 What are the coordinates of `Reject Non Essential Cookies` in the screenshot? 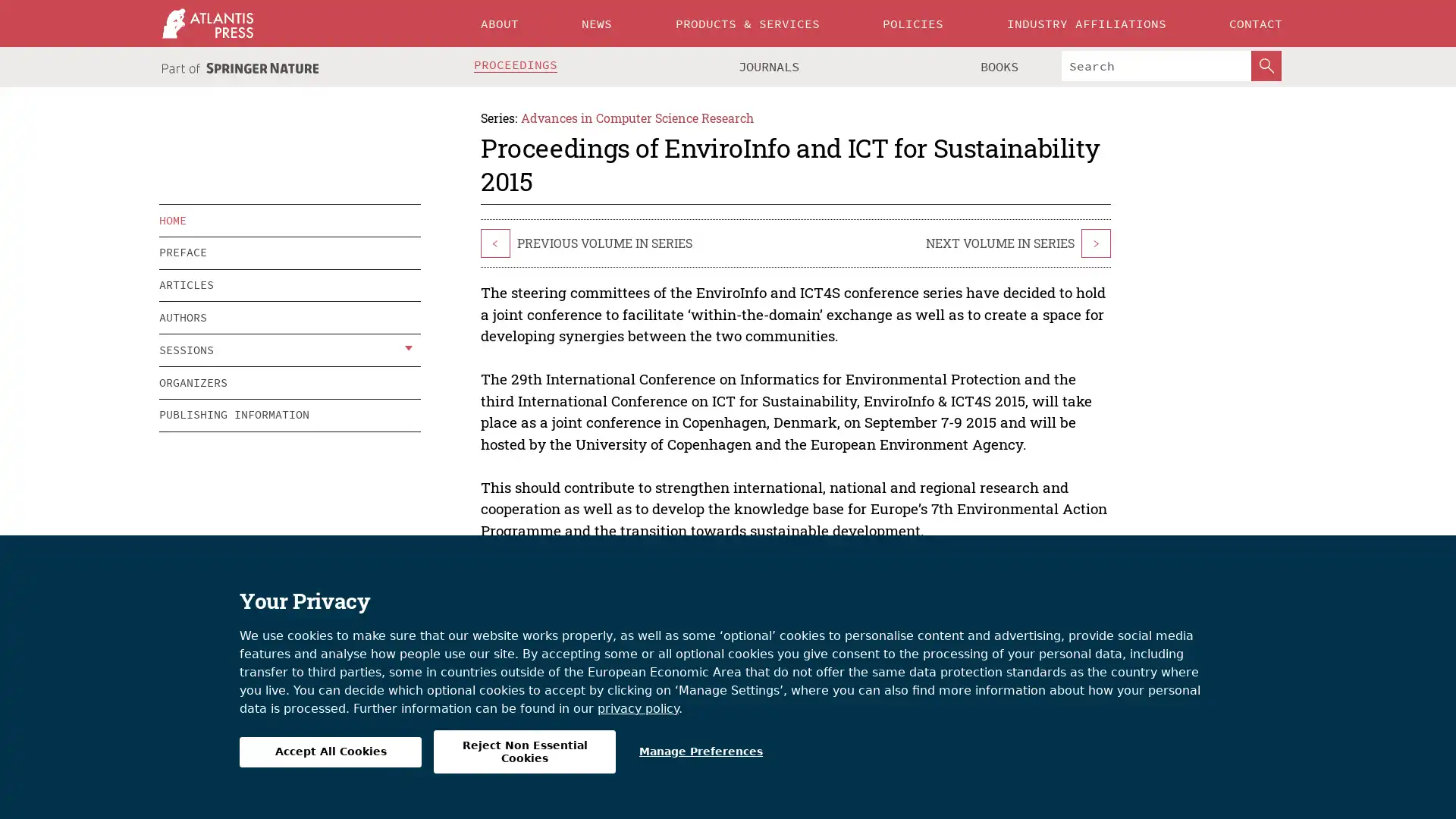 It's located at (524, 752).